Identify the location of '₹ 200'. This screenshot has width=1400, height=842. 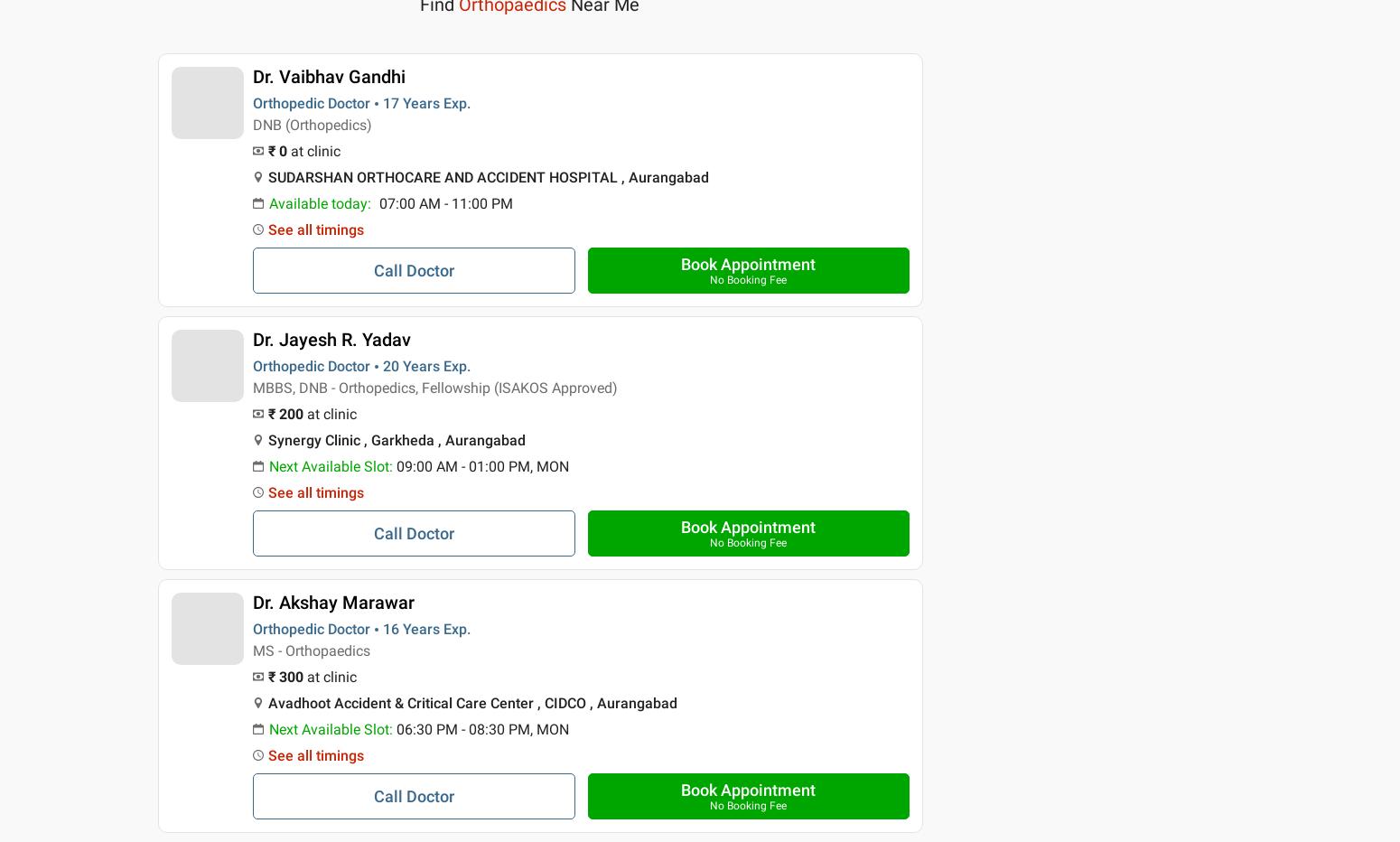
(267, 414).